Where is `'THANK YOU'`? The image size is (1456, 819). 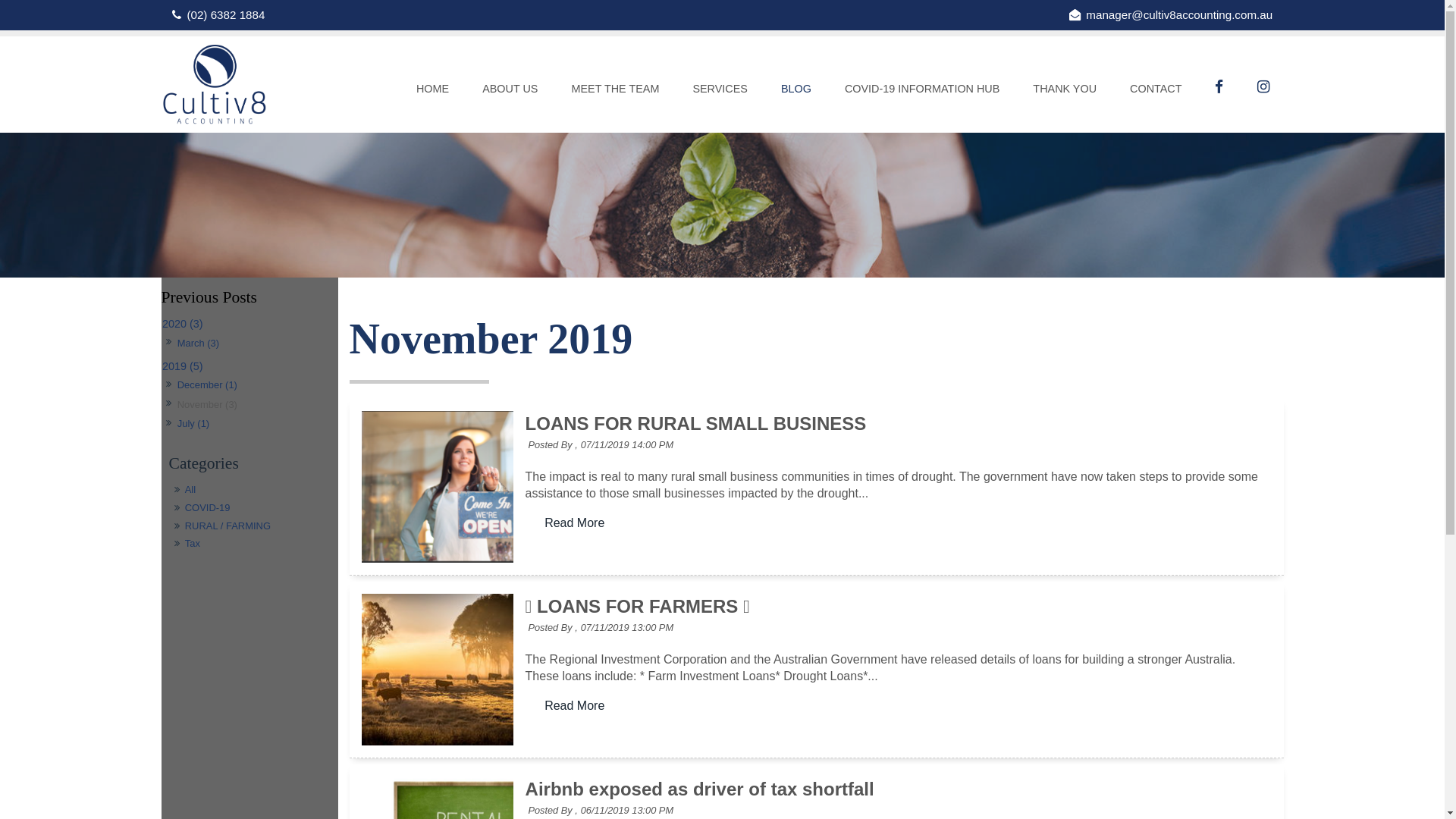
'THANK YOU' is located at coordinates (1018, 90).